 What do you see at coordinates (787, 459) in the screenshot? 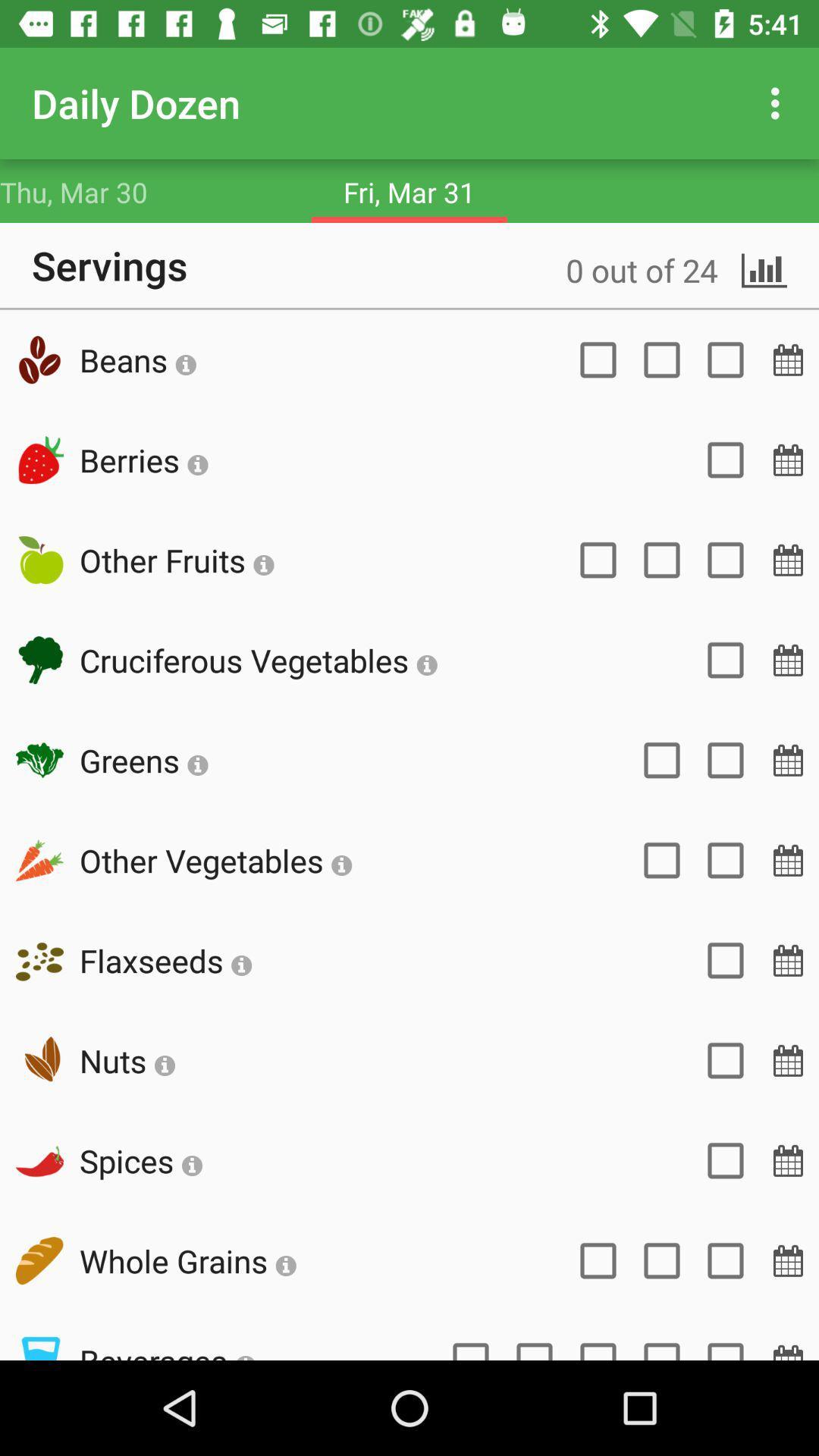
I see `the date_range icon` at bounding box center [787, 459].